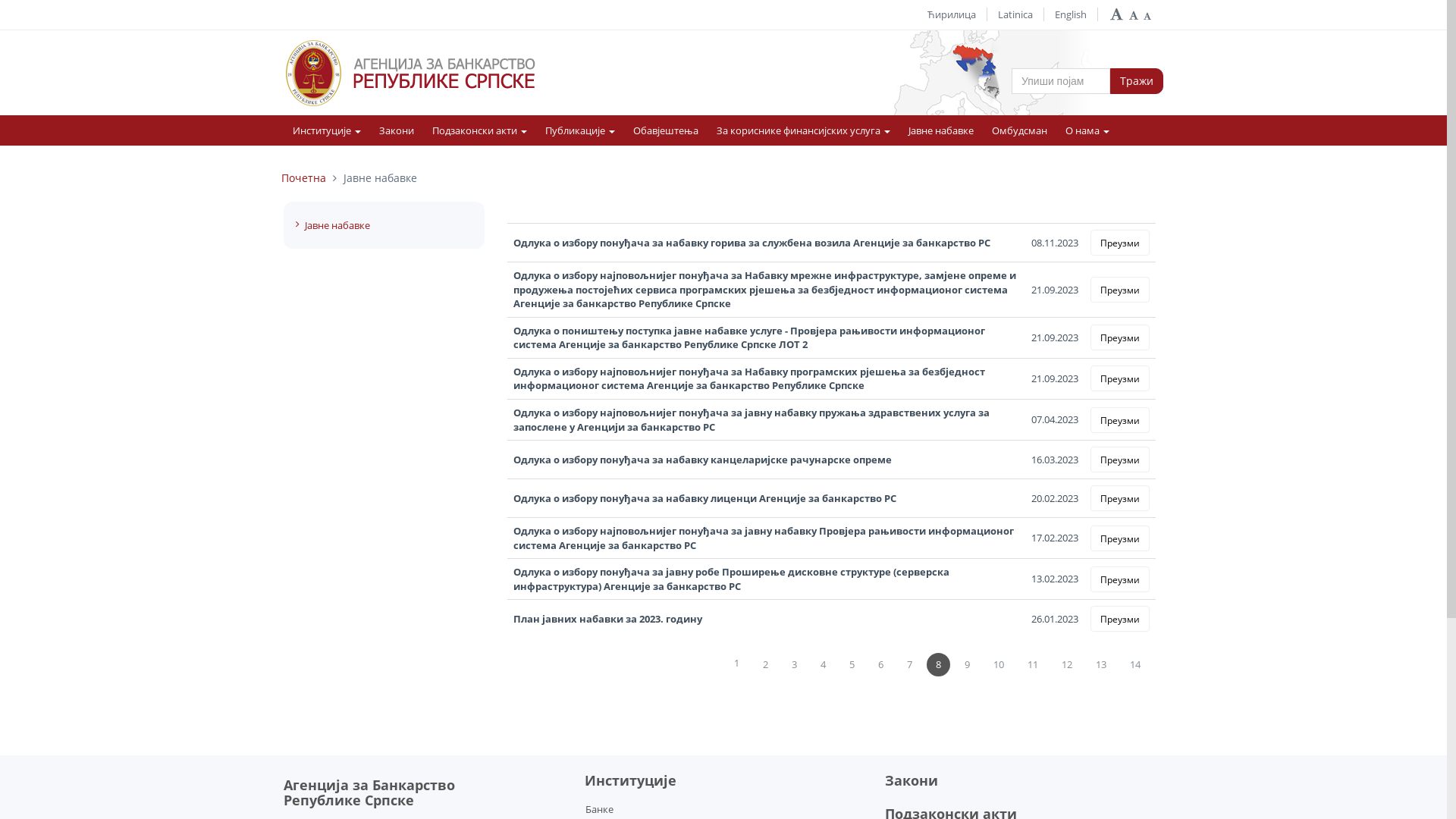 The image size is (1456, 819). I want to click on '6', so click(880, 664).